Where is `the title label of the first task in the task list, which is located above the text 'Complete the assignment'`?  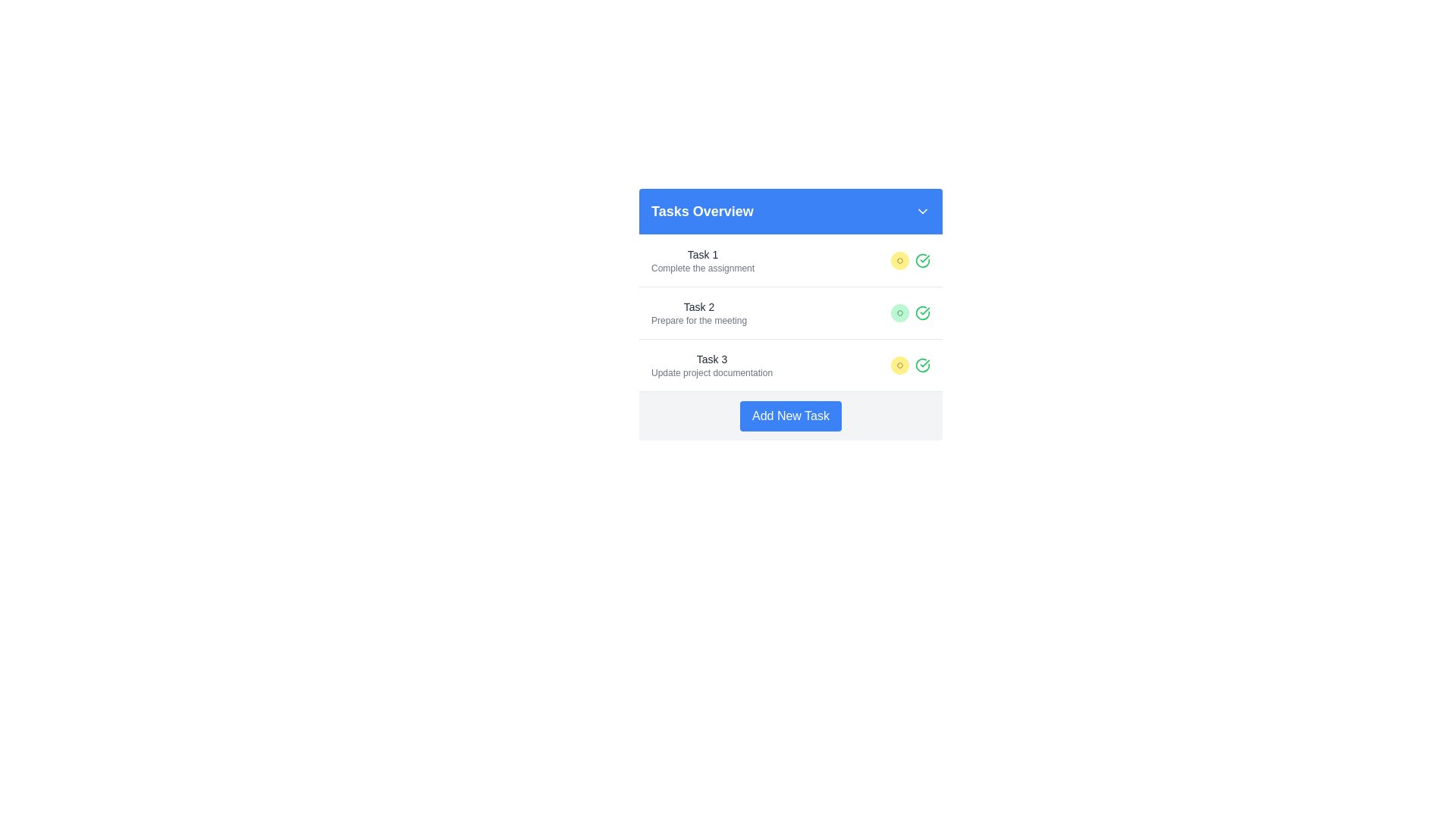 the title label of the first task in the task list, which is located above the text 'Complete the assignment' is located at coordinates (701, 253).